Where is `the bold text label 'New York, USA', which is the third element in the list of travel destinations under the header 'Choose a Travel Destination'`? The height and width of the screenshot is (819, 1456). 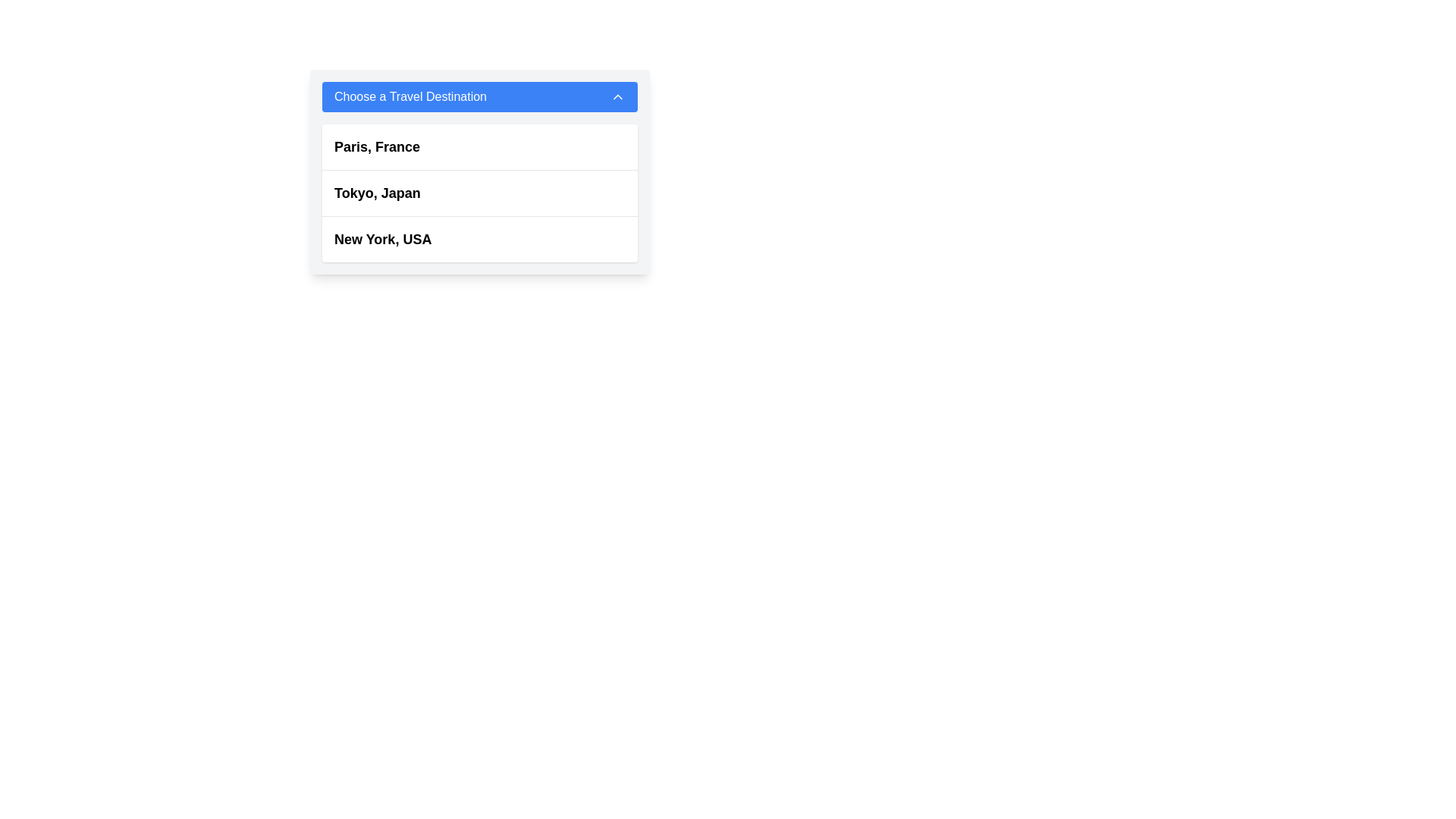 the bold text label 'New York, USA', which is the third element in the list of travel destinations under the header 'Choose a Travel Destination' is located at coordinates (383, 239).